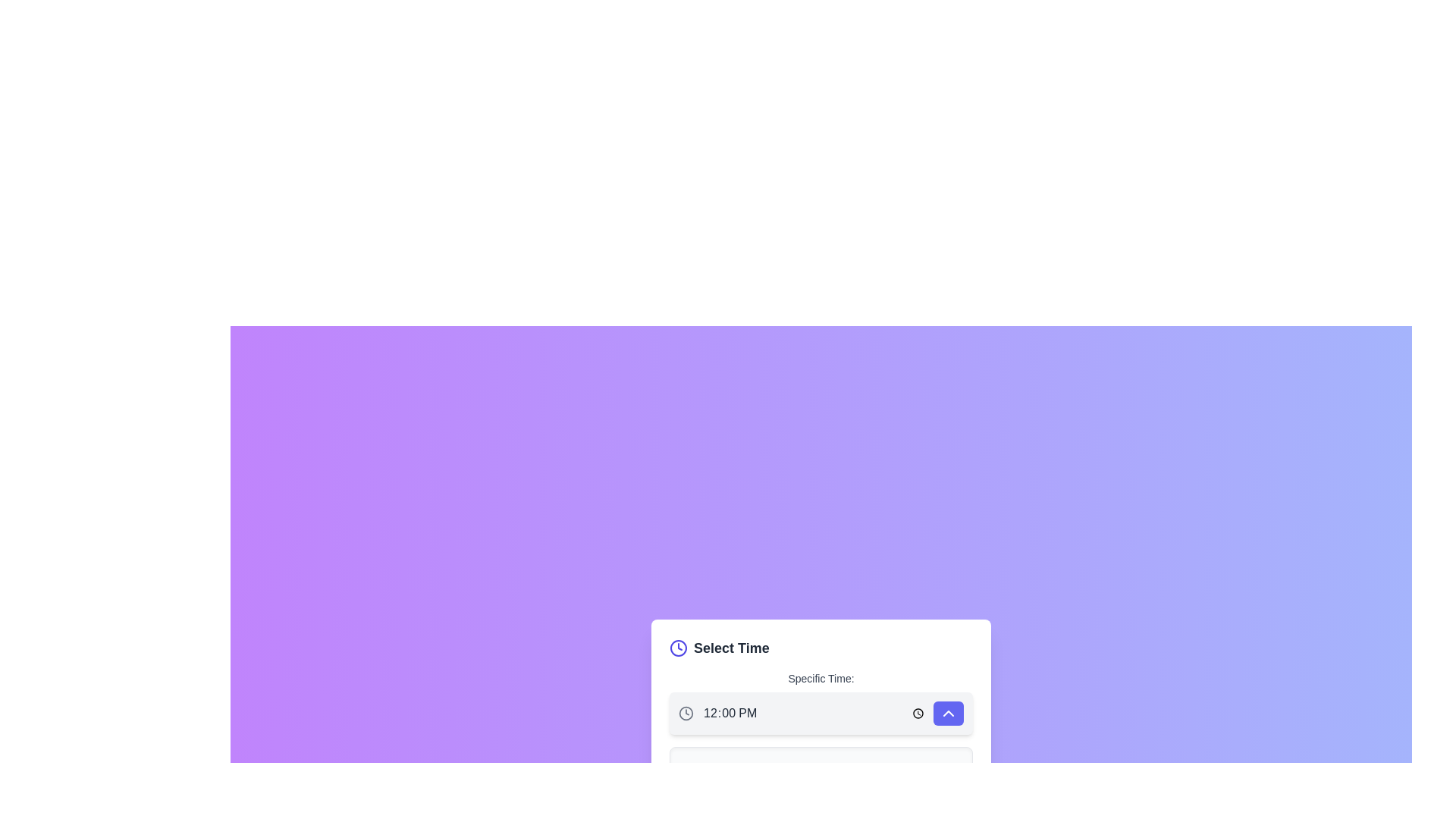  What do you see at coordinates (821, 714) in the screenshot?
I see `the upward arrow button of the time picker to increment the displayed time` at bounding box center [821, 714].